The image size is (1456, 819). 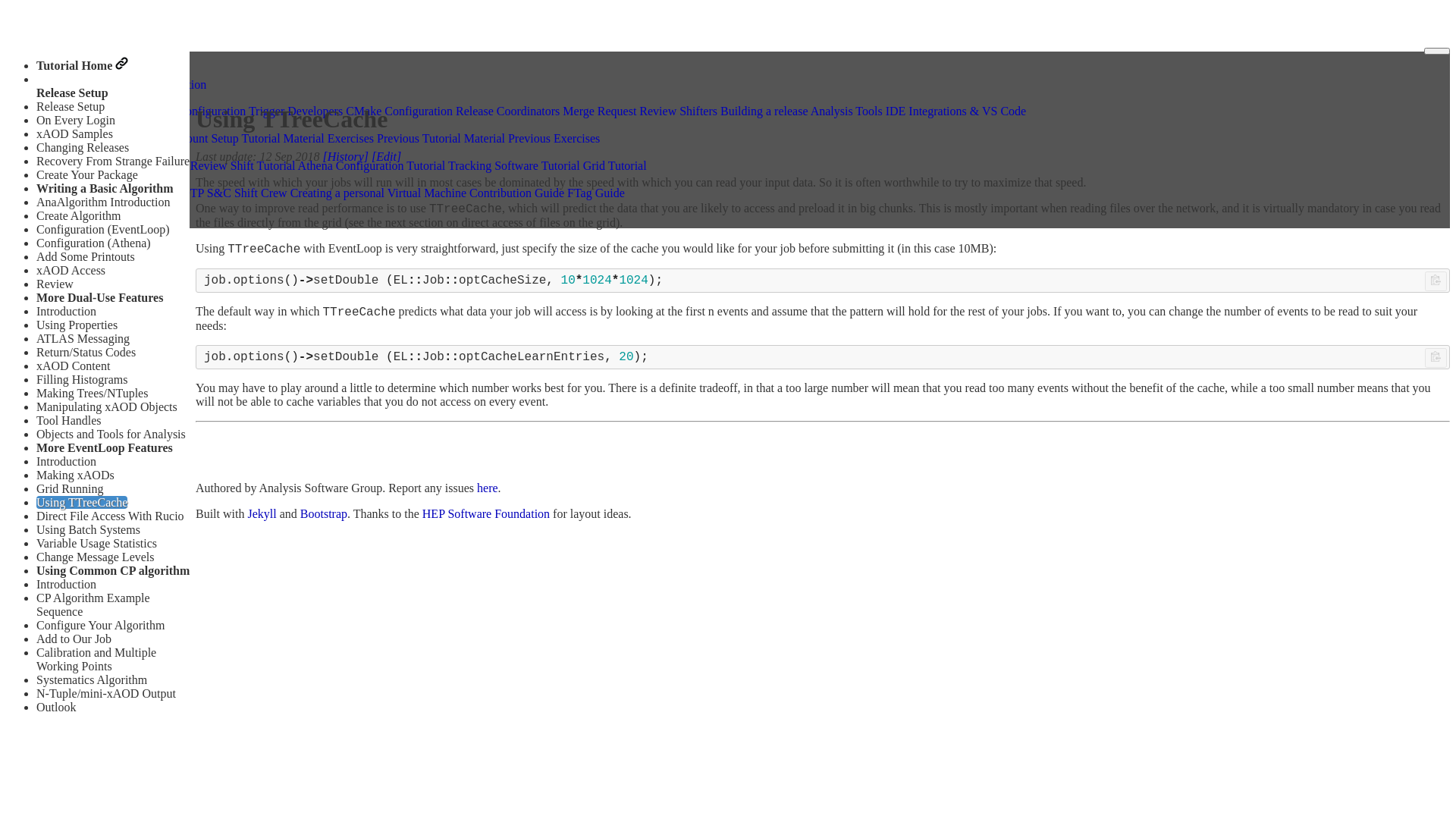 I want to click on 'Changing Releases', so click(x=36, y=147).